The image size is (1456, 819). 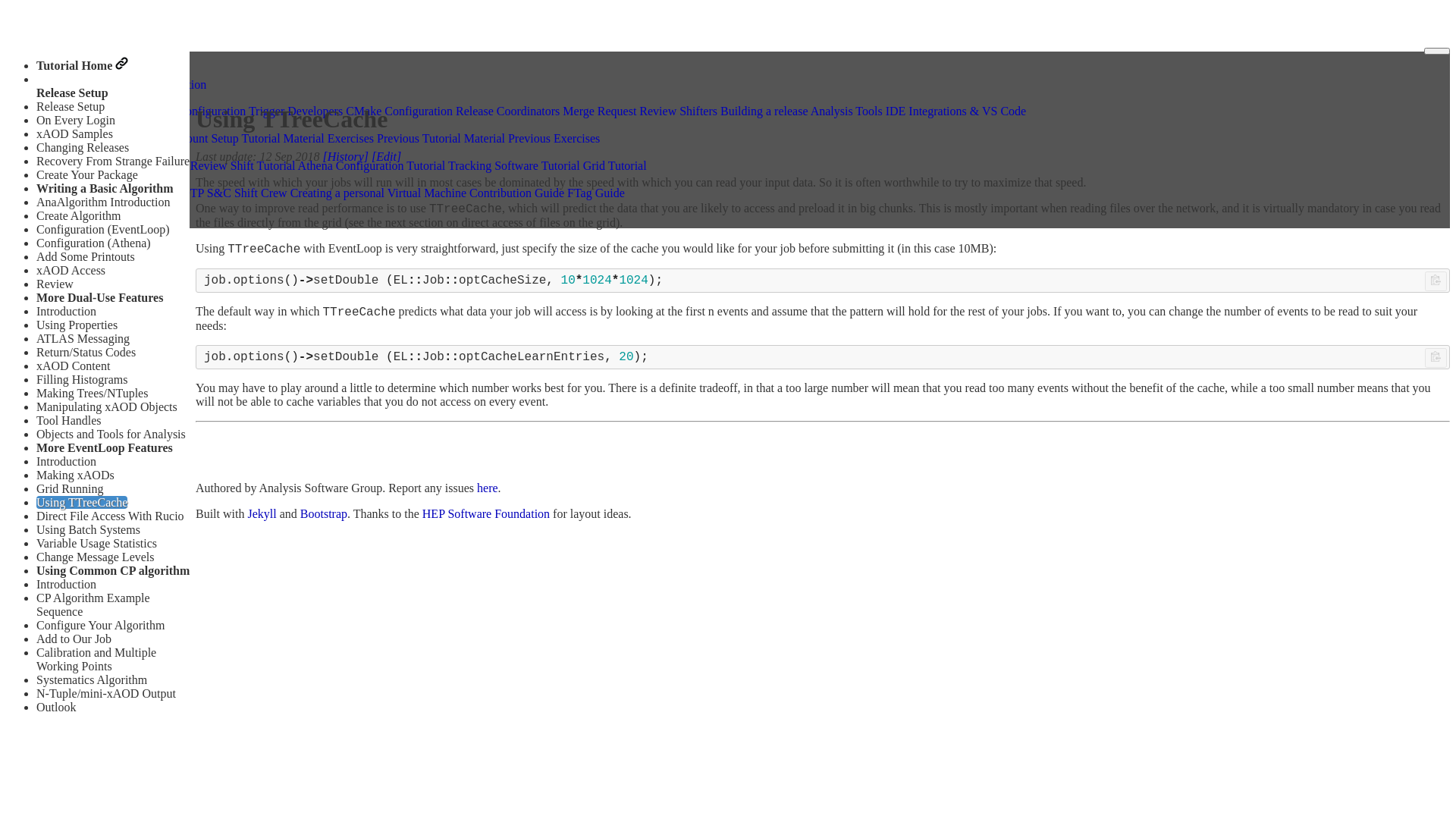 I want to click on 'Changing Releases', so click(x=36, y=147).